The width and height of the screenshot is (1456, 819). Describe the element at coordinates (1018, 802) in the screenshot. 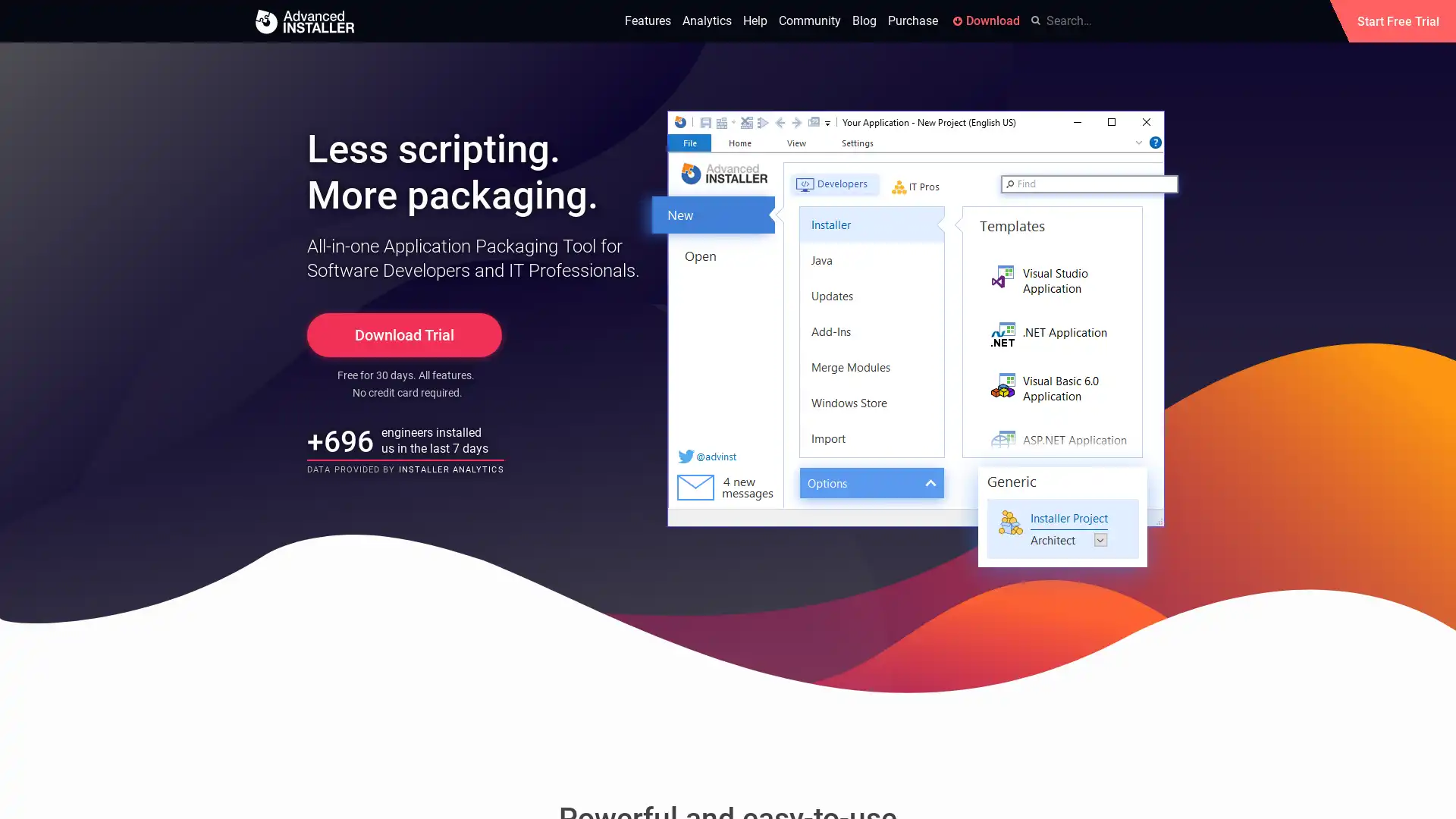

I see `Okay, got it` at that location.